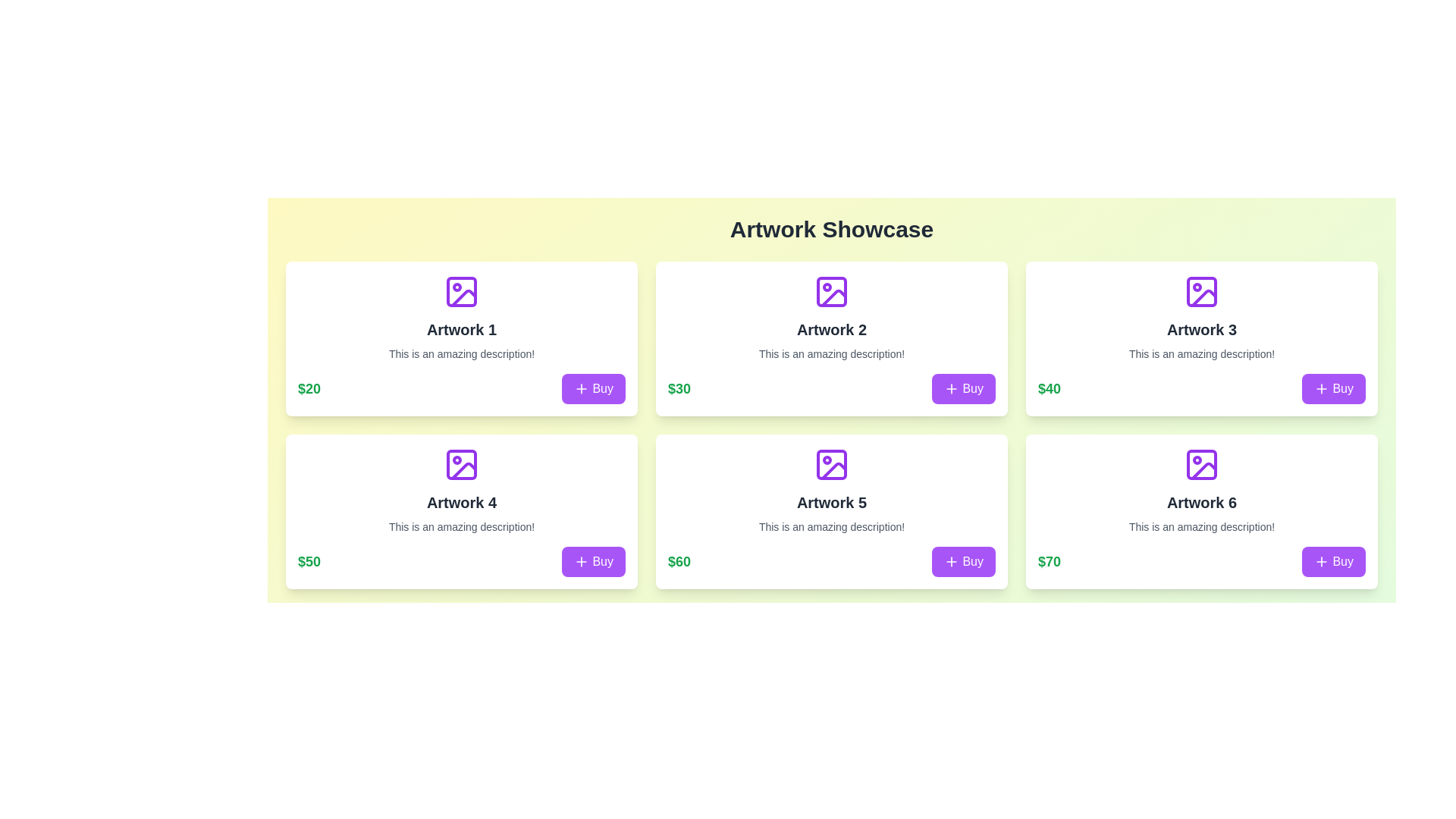  What do you see at coordinates (973, 388) in the screenshot?
I see `the 'Buy' button labeled 'Buy' with bold white text on a purple background` at bounding box center [973, 388].